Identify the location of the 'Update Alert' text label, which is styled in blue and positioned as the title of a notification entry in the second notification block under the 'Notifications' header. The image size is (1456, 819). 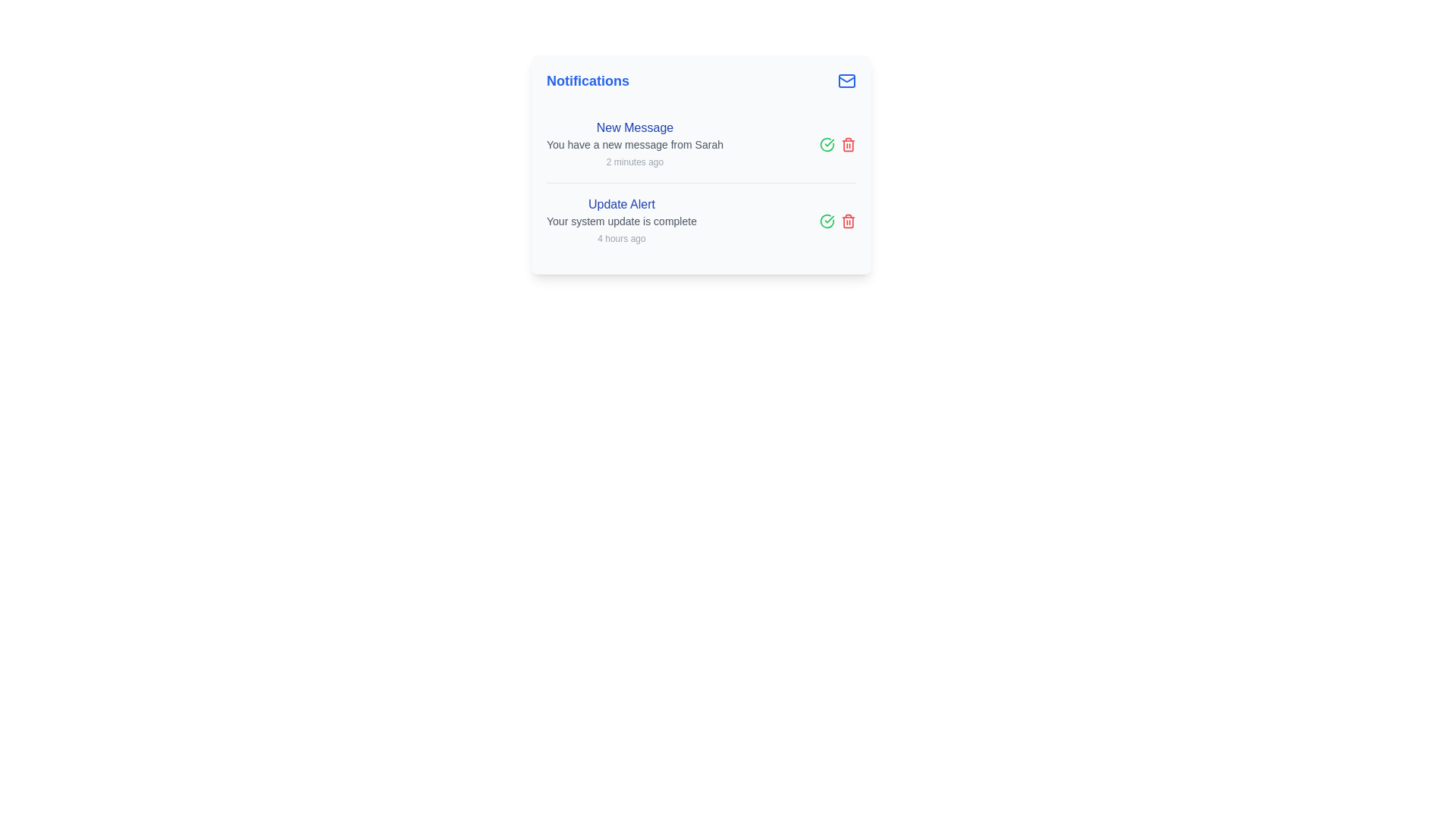
(622, 205).